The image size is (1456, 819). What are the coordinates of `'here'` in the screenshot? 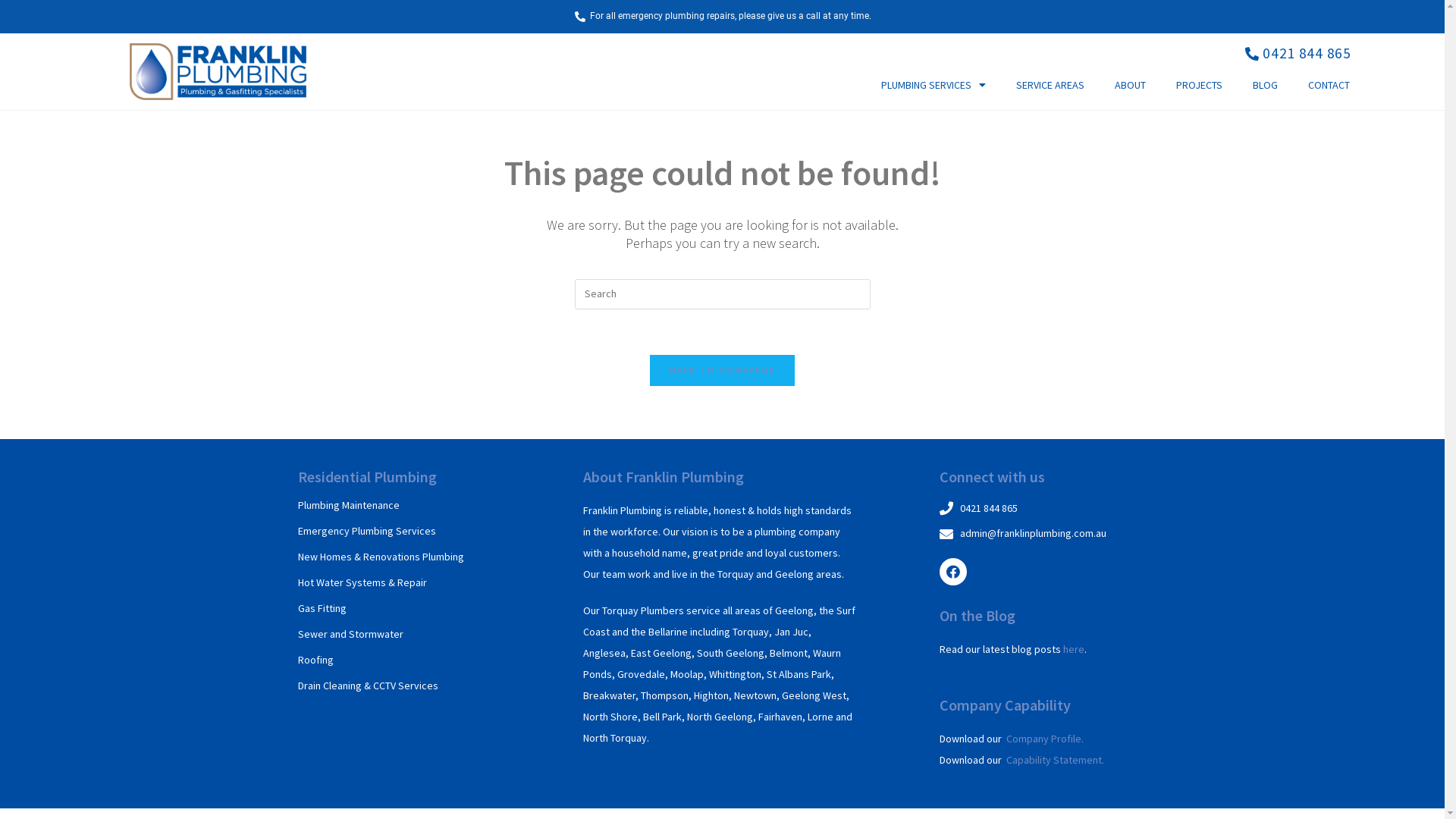 It's located at (1073, 648).